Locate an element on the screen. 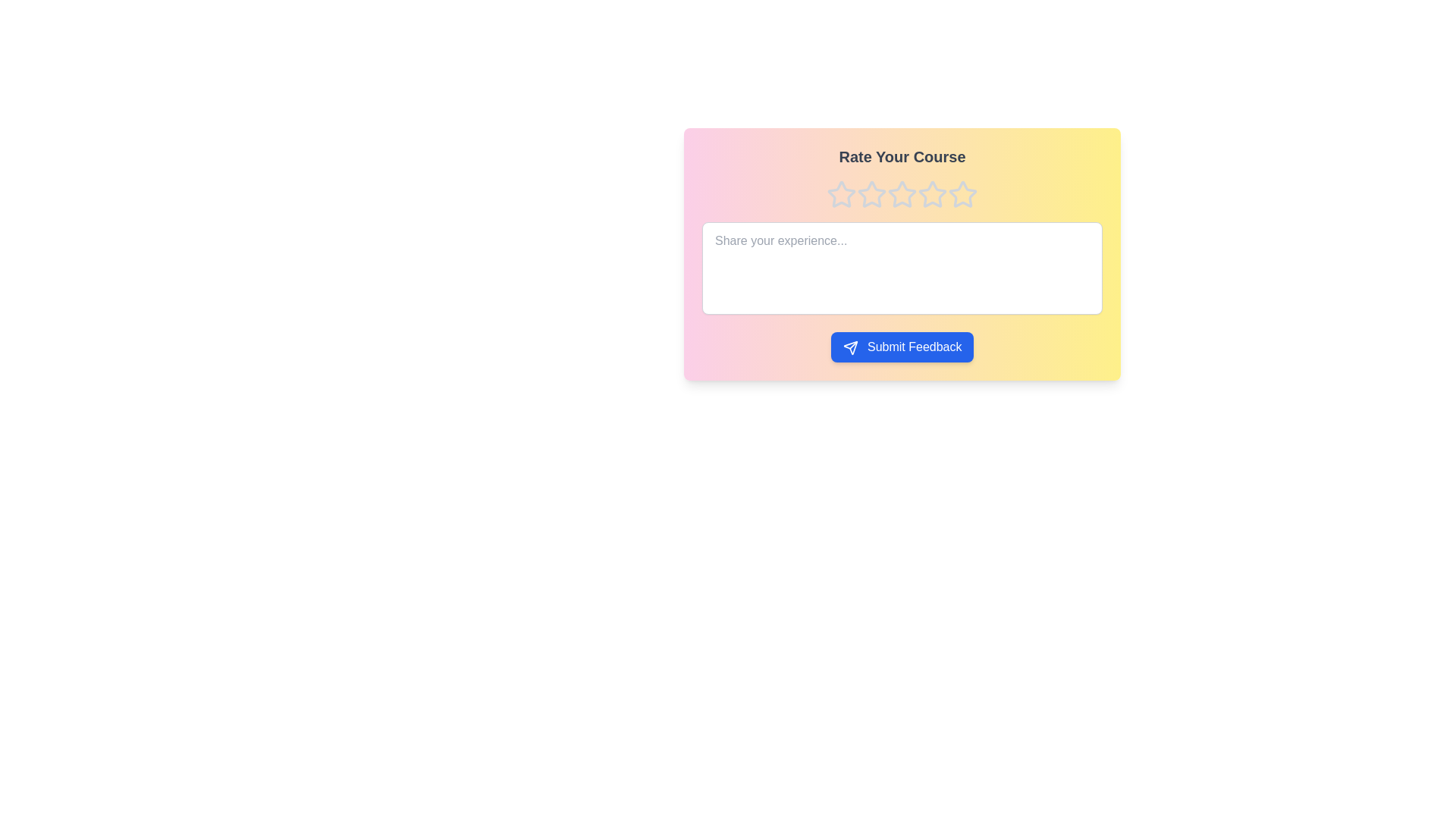 This screenshot has height=819, width=1456. the third star icon used for ratings under the text 'Rate Your Course' to rate is located at coordinates (930, 193).